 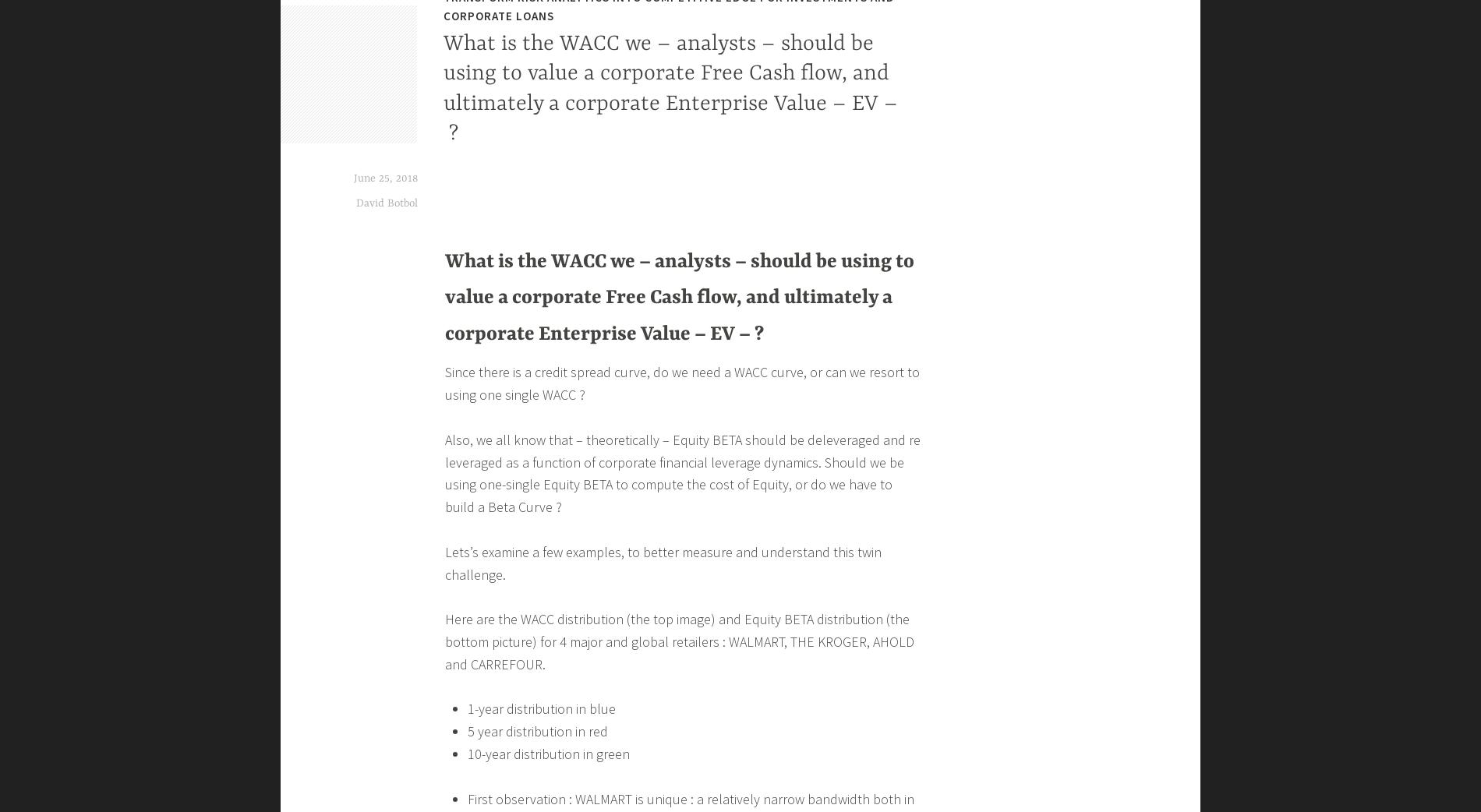 I want to click on 'financial covenants', so click(x=529, y=577).